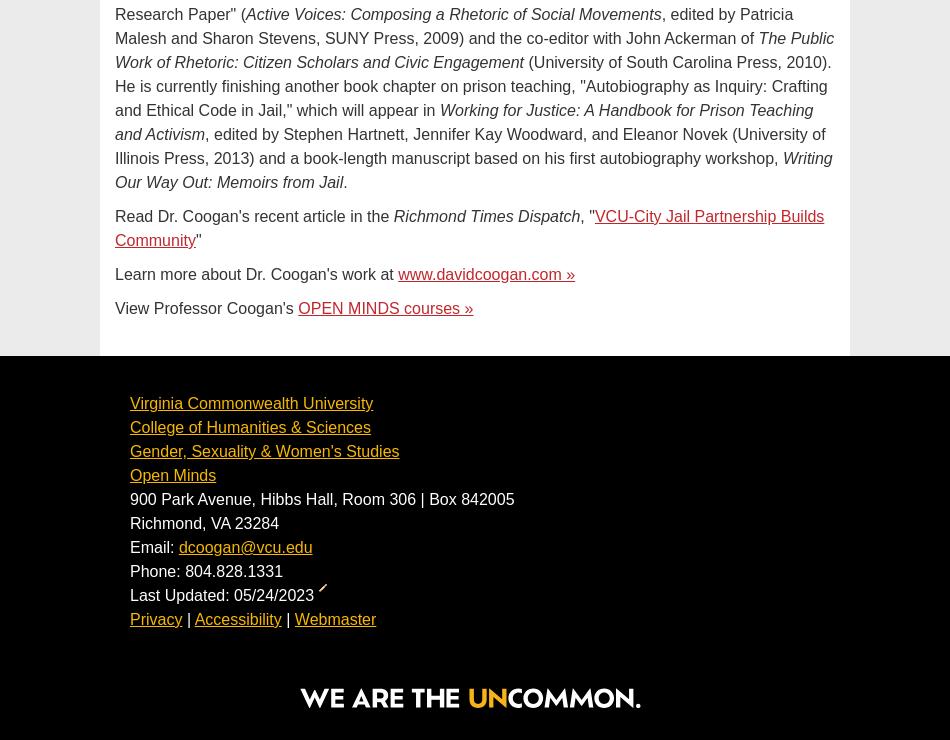 The image size is (950, 740). I want to click on '900 Park Avenue, Hibbs Hall, Room 306 | Box 842005', so click(320, 498).